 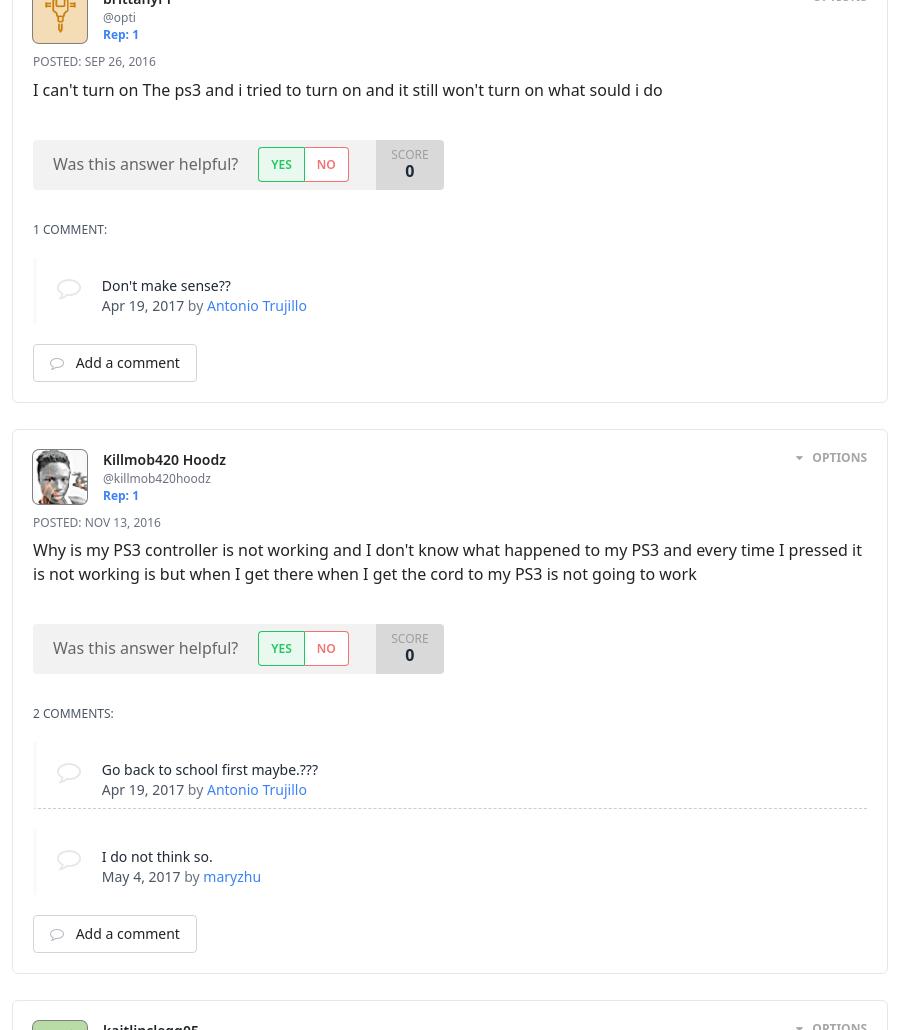 What do you see at coordinates (101, 457) in the screenshot?
I see `'Killmob420 Hoodz'` at bounding box center [101, 457].